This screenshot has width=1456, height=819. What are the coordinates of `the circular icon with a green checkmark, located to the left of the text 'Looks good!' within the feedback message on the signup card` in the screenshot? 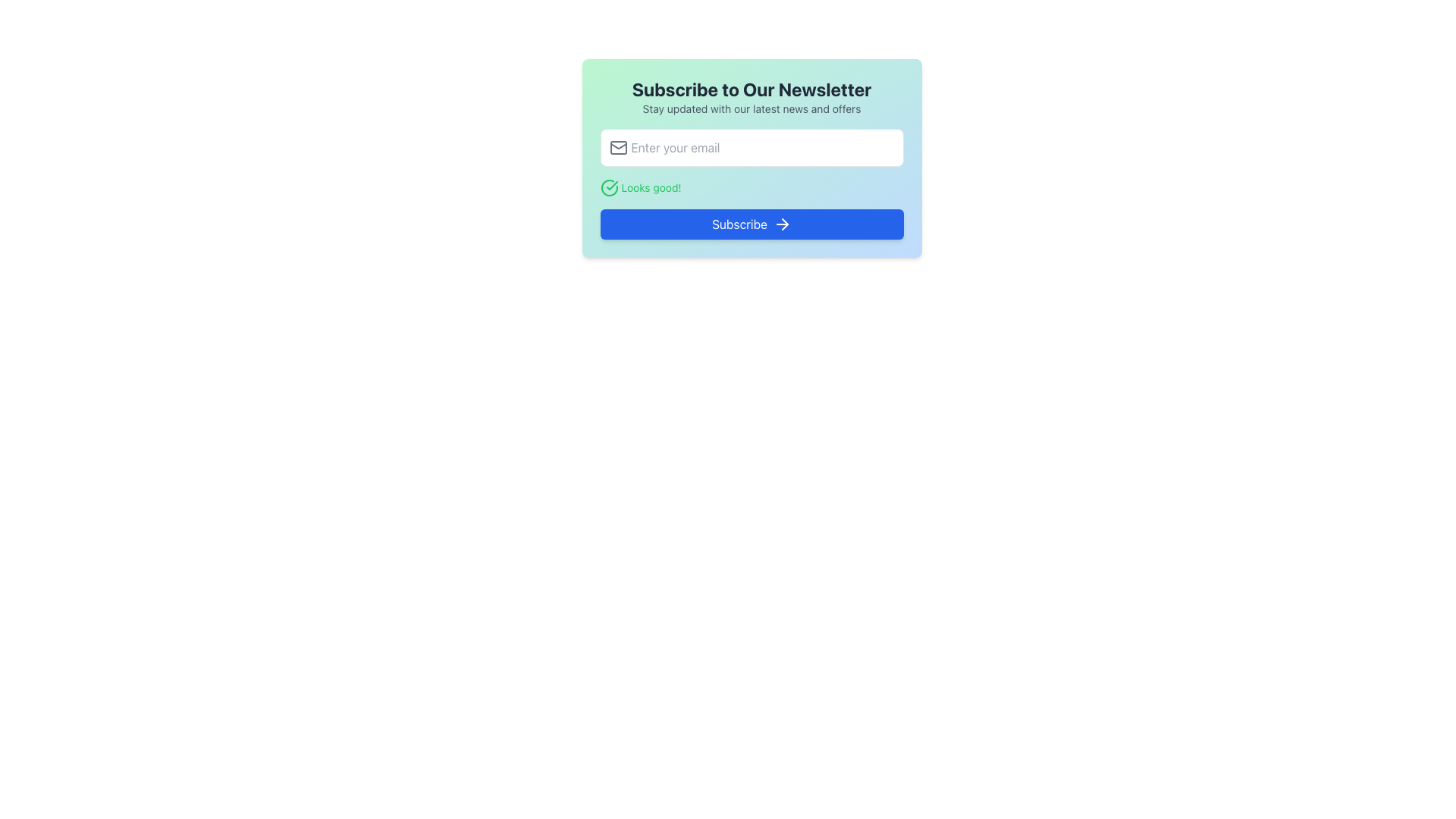 It's located at (609, 187).